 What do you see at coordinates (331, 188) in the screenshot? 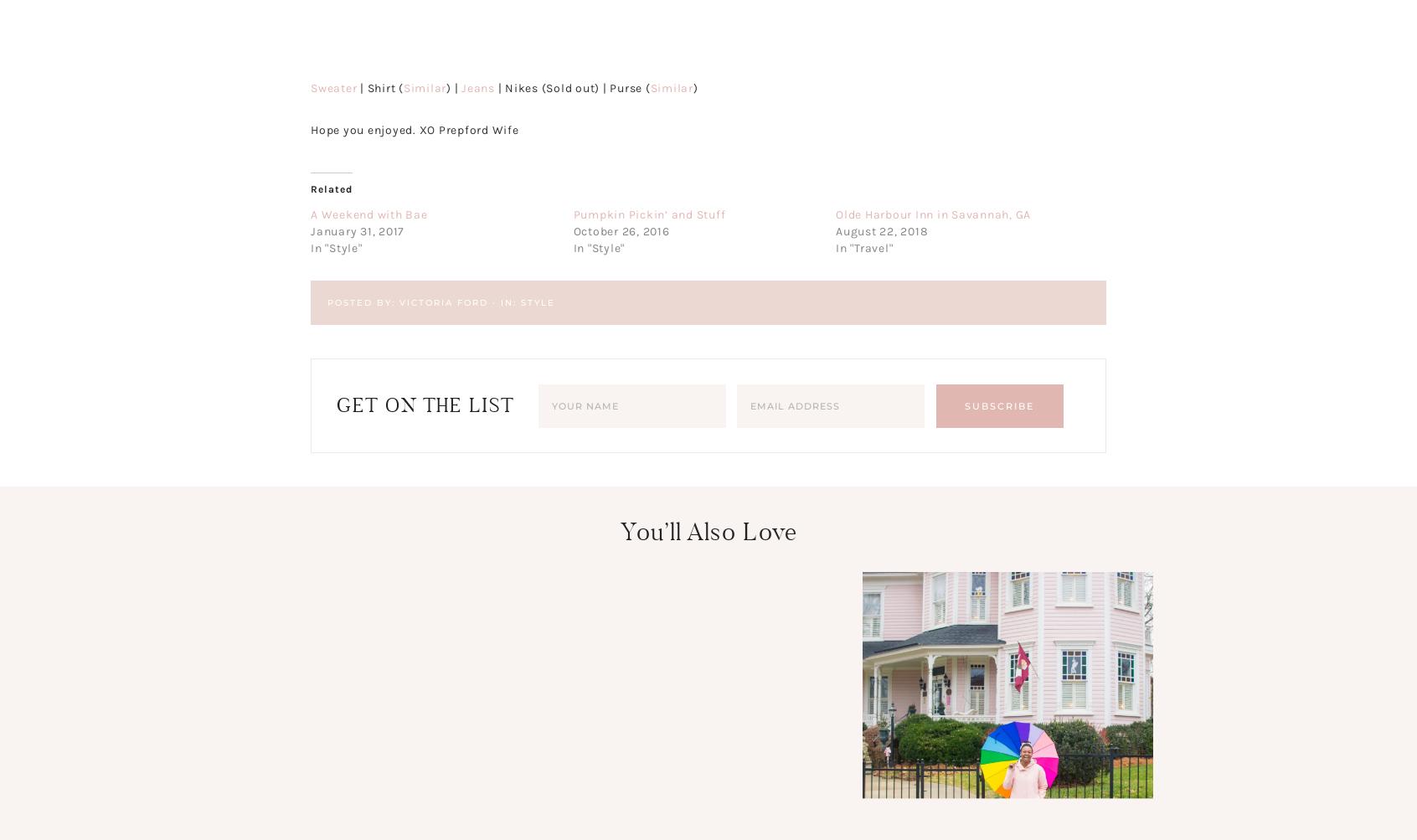
I see `'Related'` at bounding box center [331, 188].